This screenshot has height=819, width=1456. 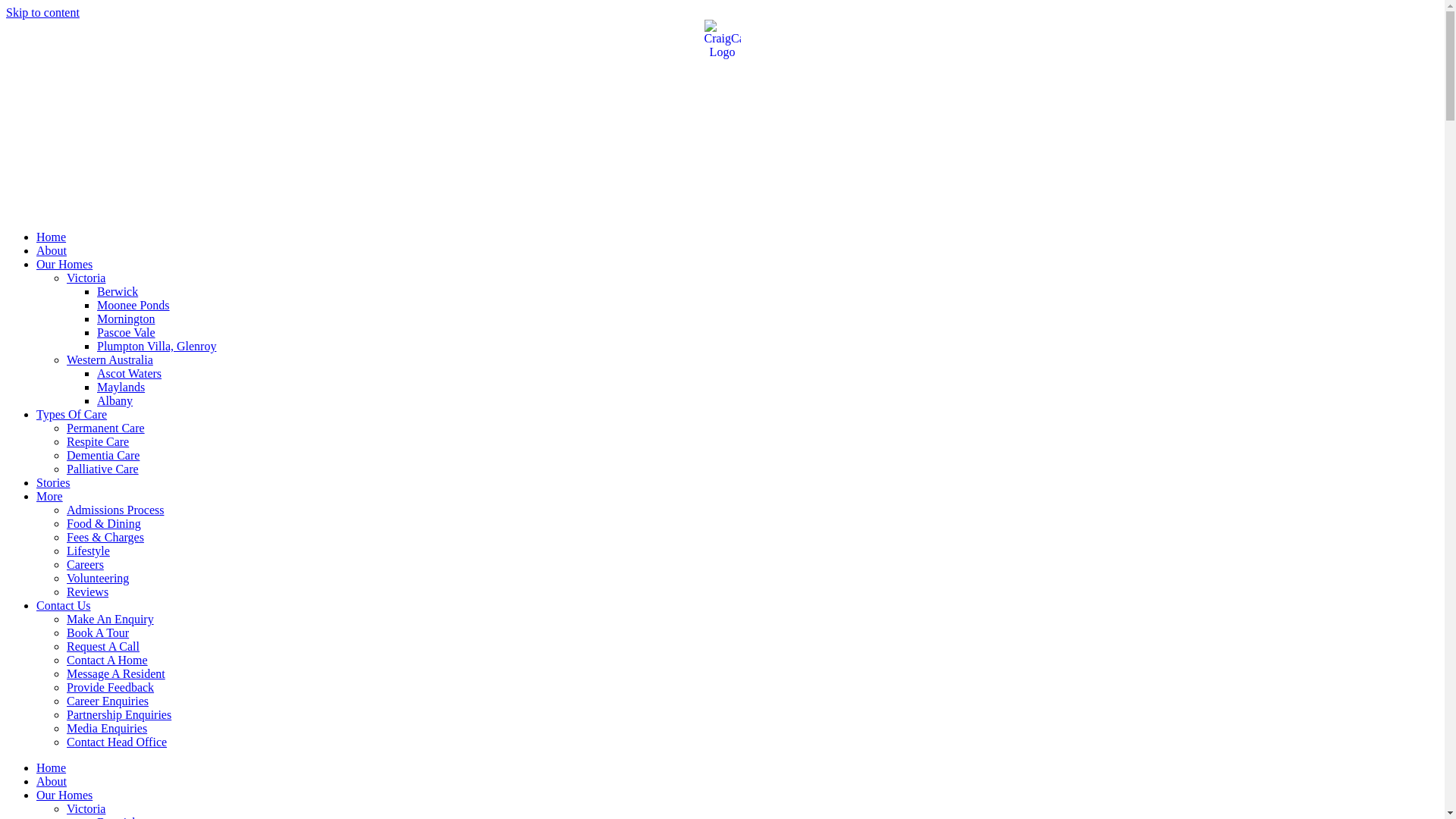 What do you see at coordinates (97, 632) in the screenshot?
I see `'Book A Tour'` at bounding box center [97, 632].